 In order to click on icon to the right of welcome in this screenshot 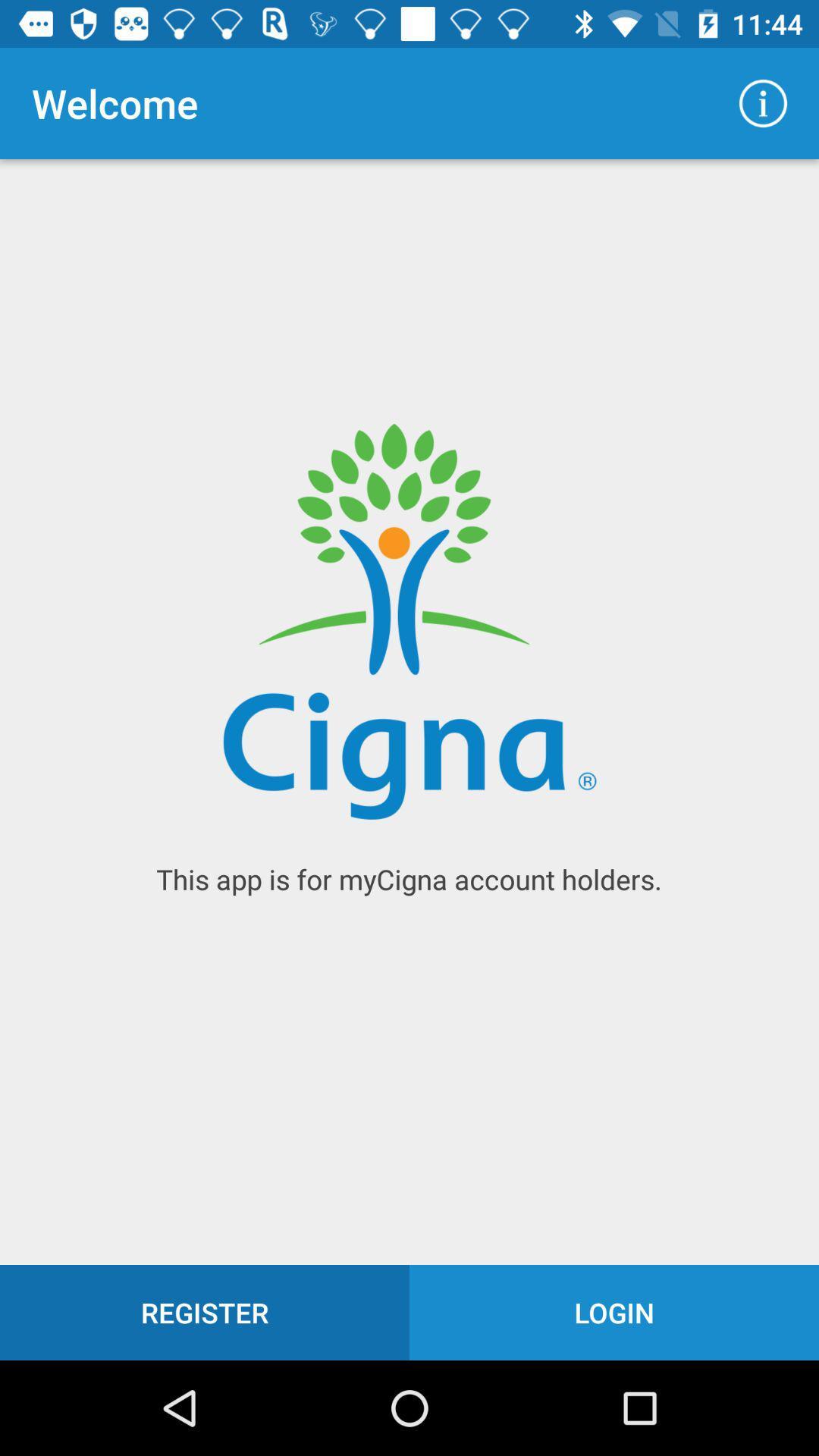, I will do `click(763, 102)`.